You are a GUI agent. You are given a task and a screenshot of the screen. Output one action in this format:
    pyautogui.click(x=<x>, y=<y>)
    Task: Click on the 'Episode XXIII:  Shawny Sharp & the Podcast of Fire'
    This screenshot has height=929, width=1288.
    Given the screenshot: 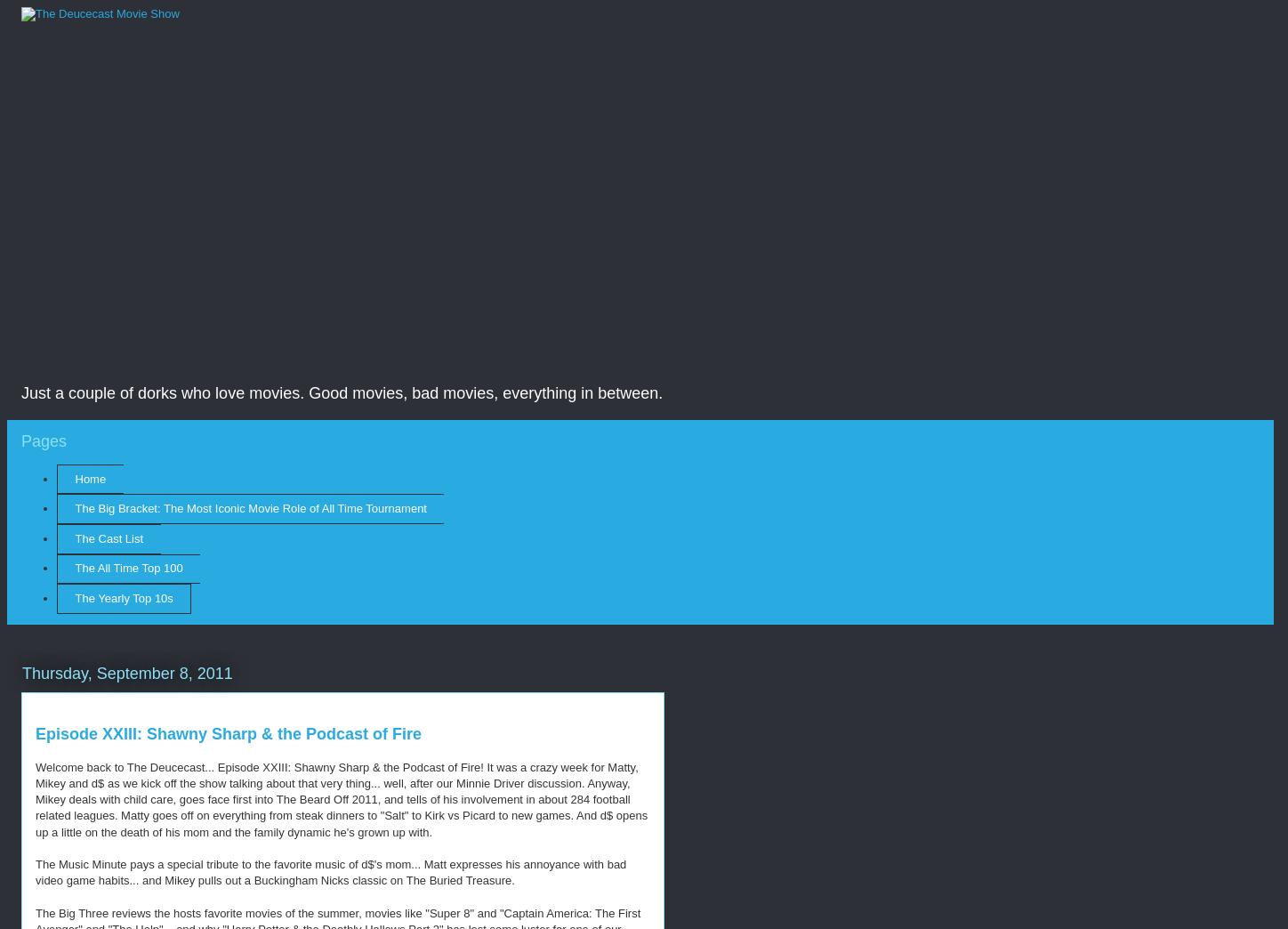 What is the action you would take?
    pyautogui.click(x=229, y=732)
    